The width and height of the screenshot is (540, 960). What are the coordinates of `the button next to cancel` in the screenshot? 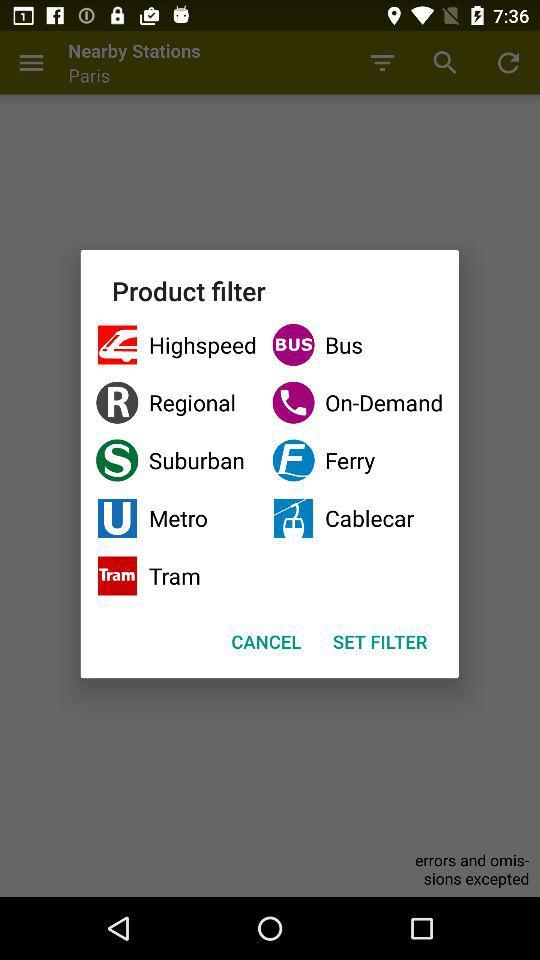 It's located at (380, 640).